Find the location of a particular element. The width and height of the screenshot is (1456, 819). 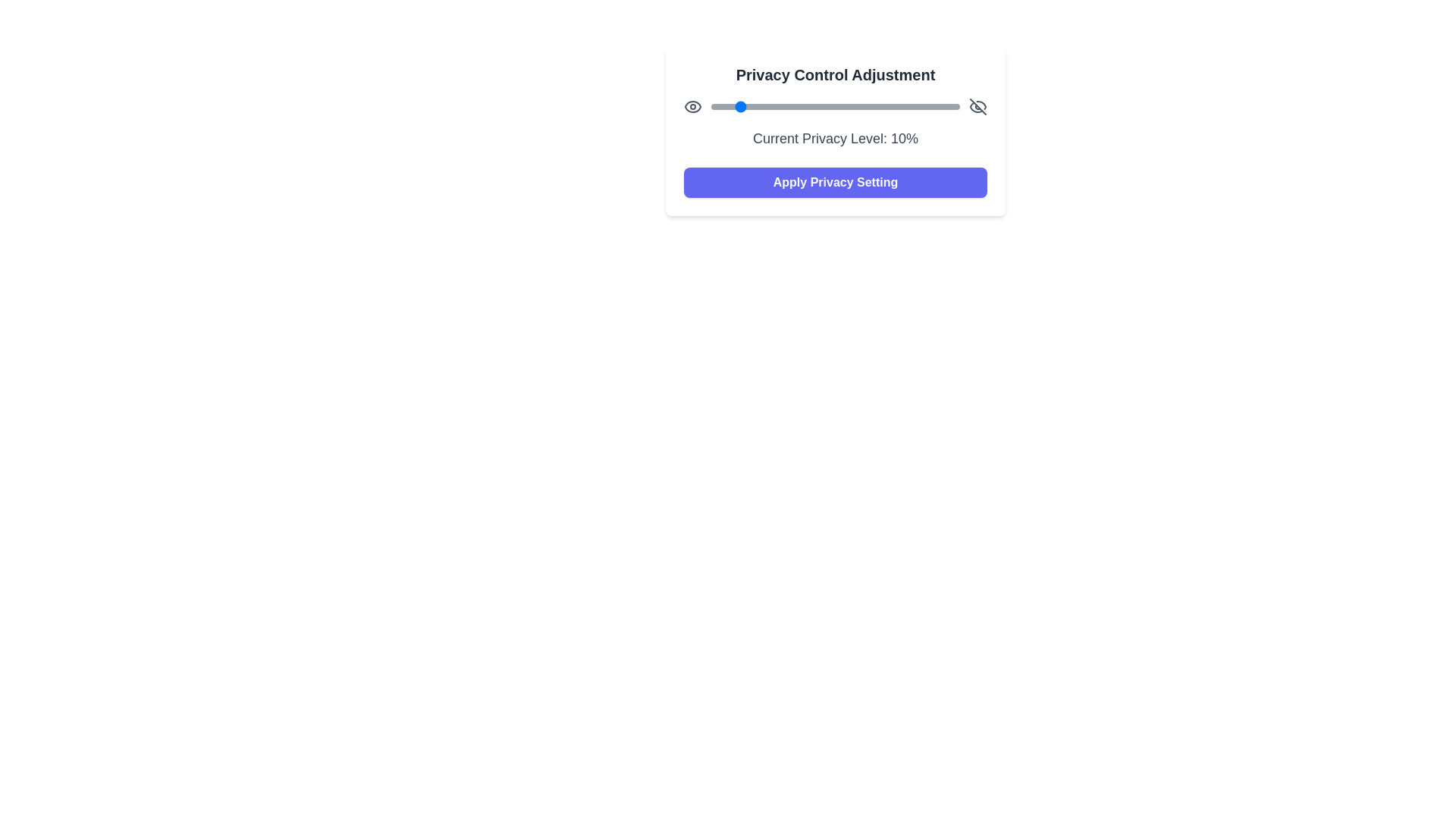

the privacy slider to 74% is located at coordinates (895, 106).